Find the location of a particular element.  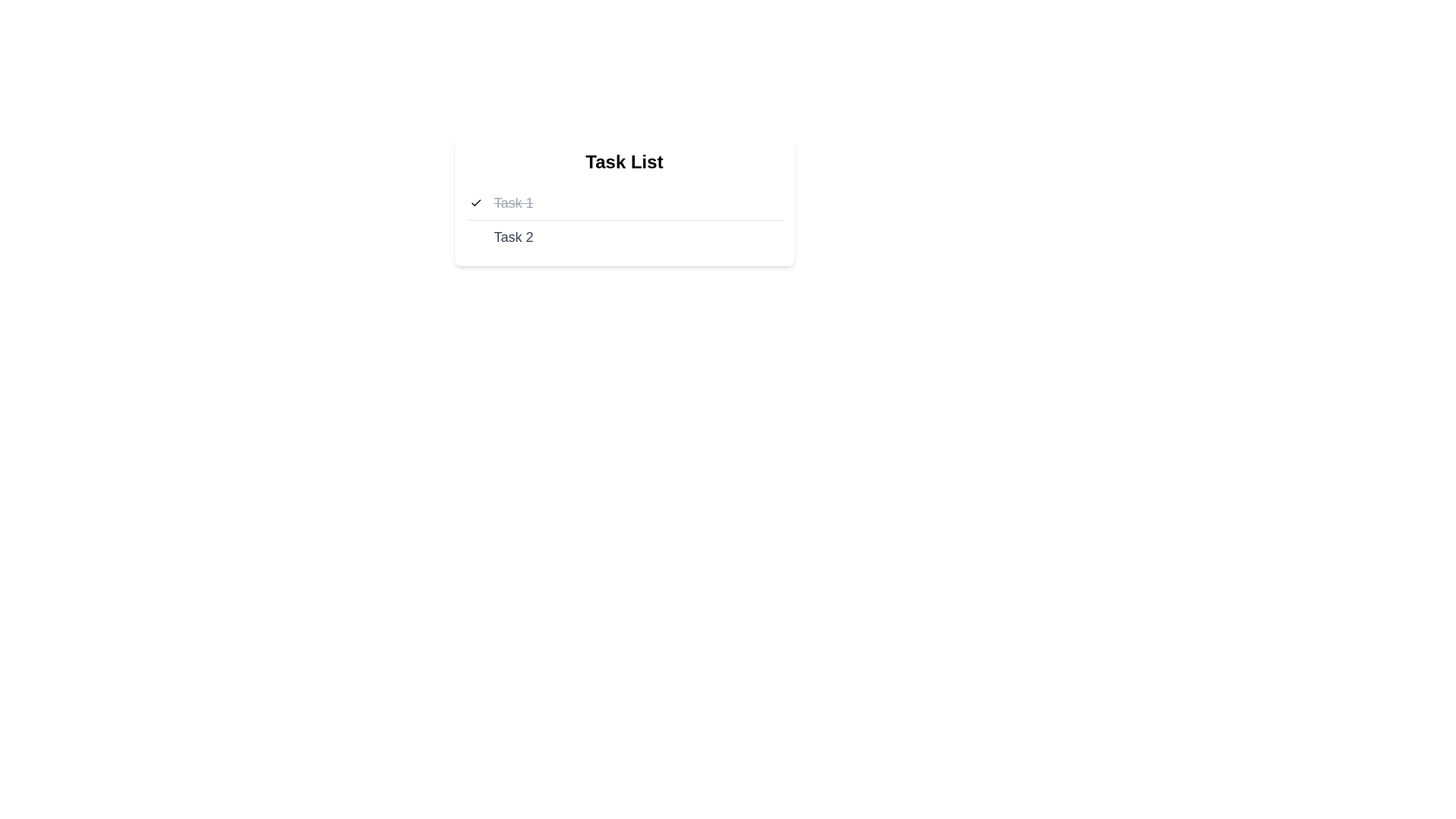

the checkbox icon indicating the completion status of 'Task 1' is located at coordinates (475, 202).